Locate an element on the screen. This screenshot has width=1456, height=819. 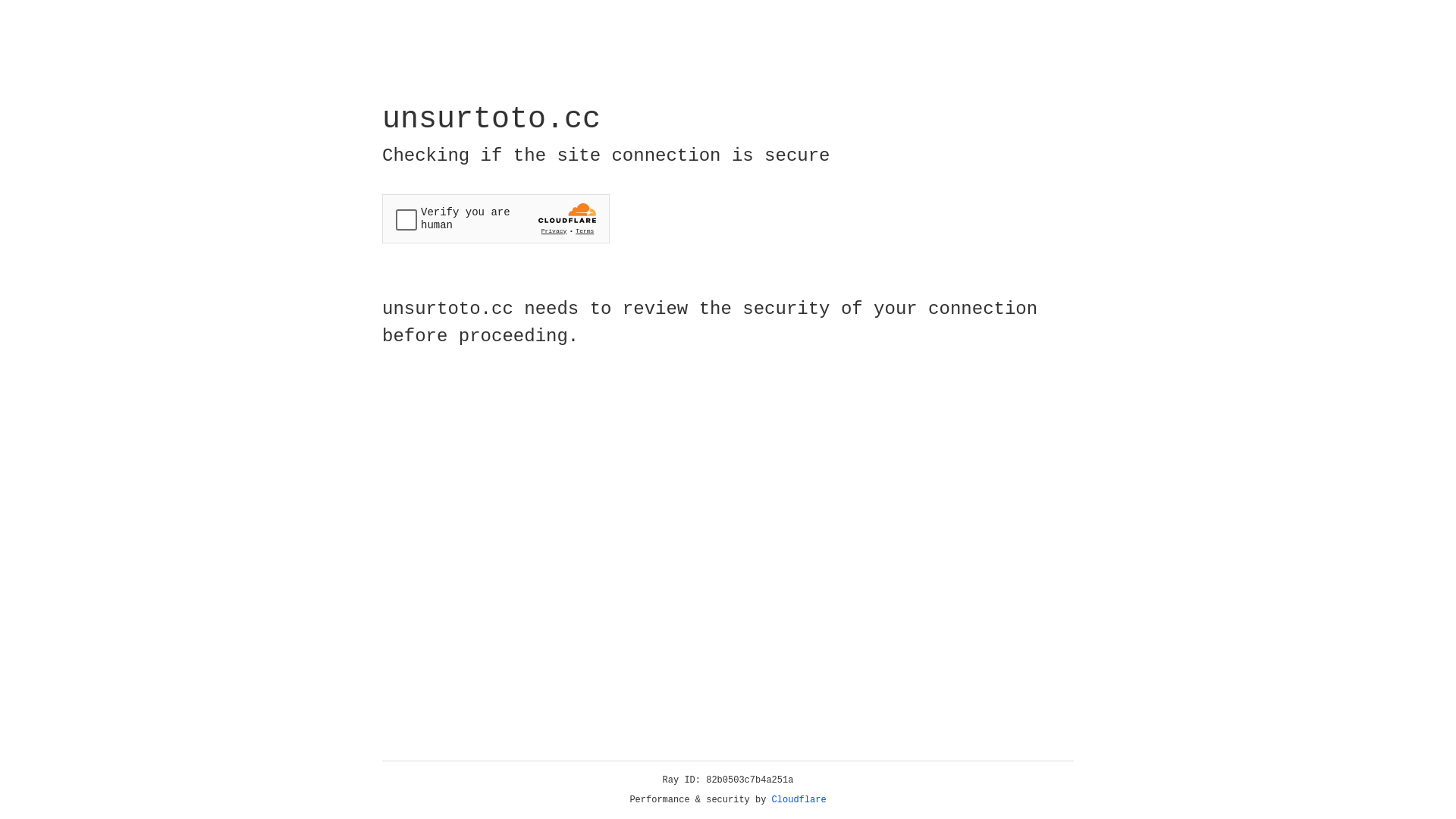
'Cloudflare' is located at coordinates (799, 799).